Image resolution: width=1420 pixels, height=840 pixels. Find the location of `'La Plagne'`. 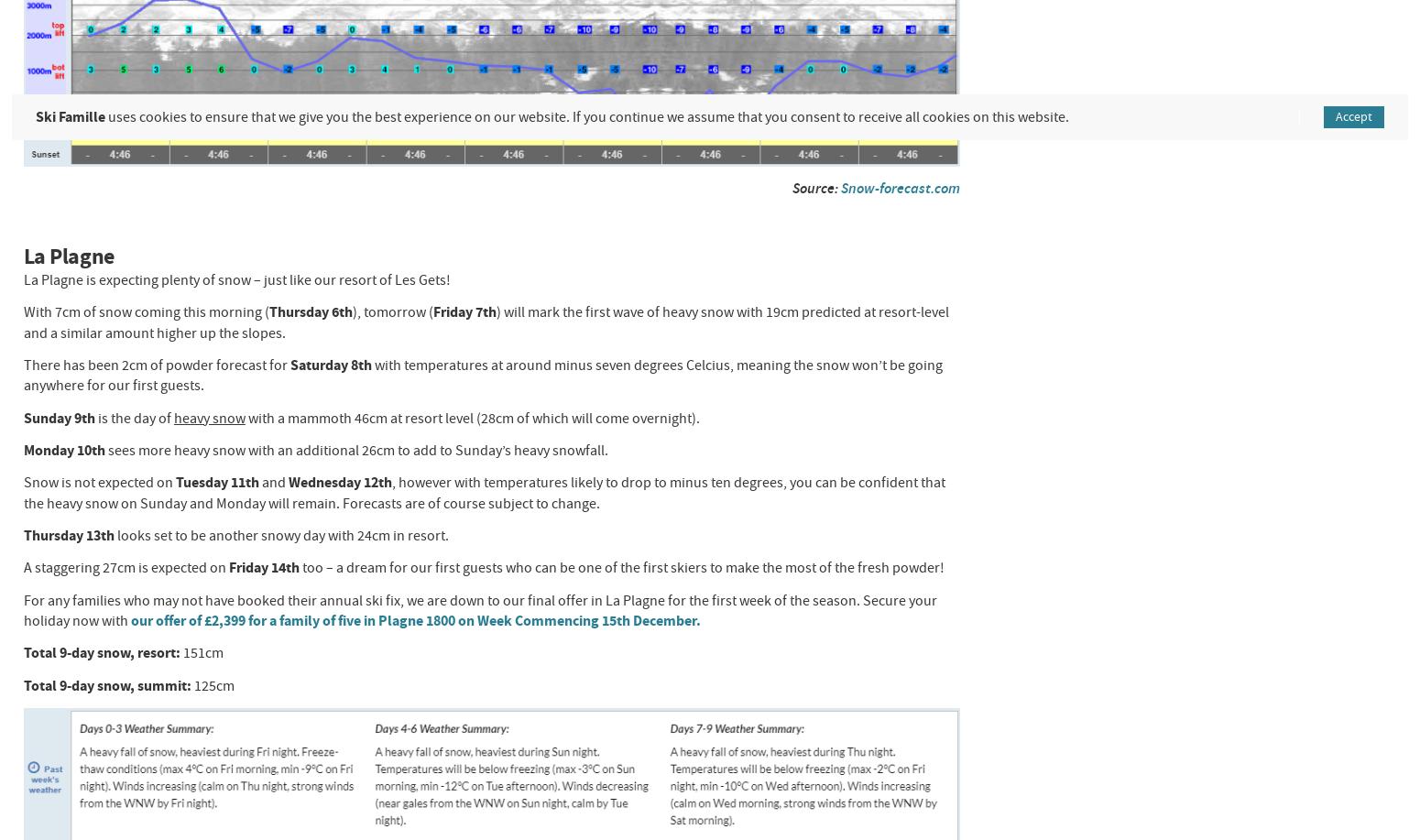

'La Plagne' is located at coordinates (21, 256).